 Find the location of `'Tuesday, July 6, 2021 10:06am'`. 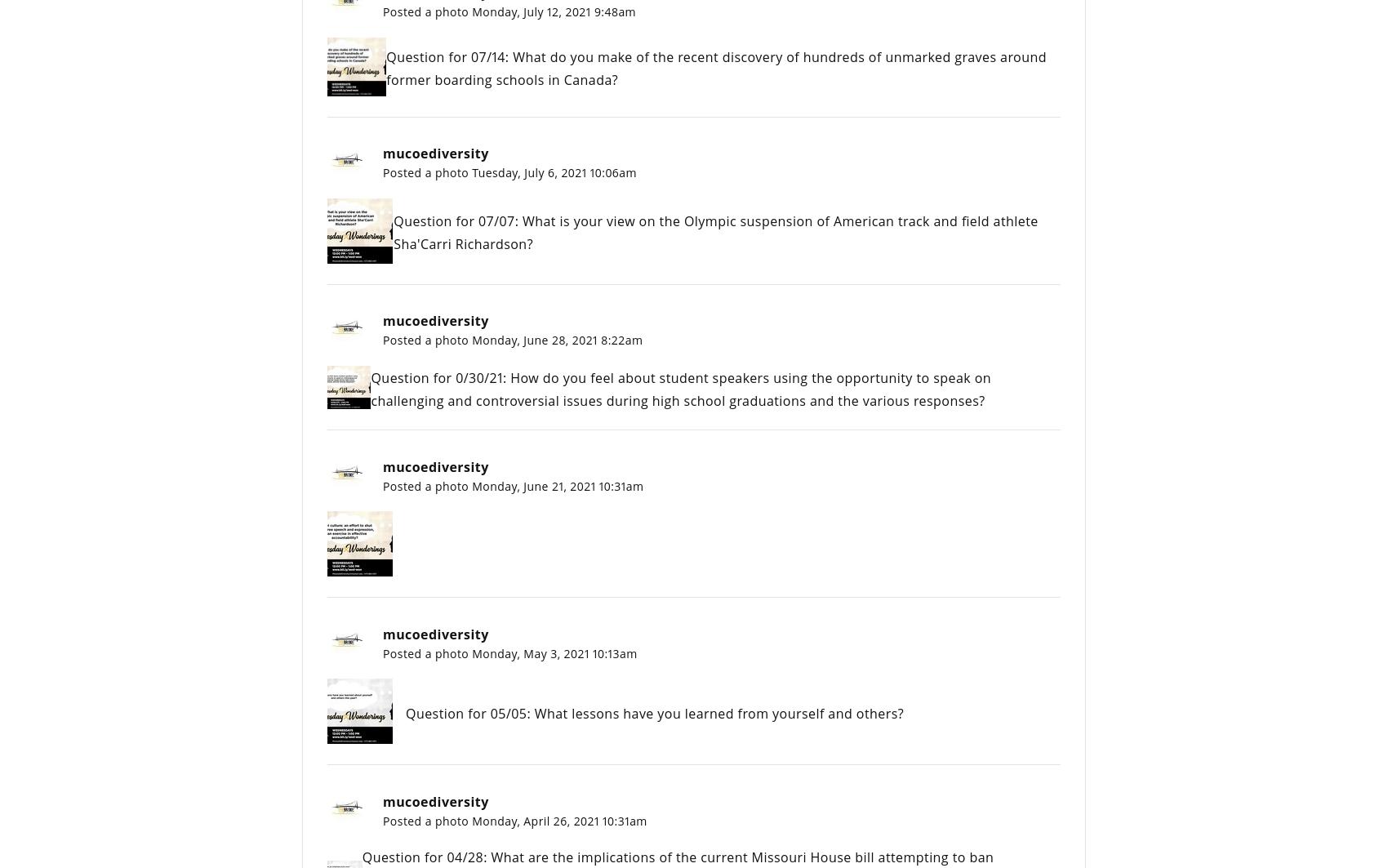

'Tuesday, July 6, 2021 10:06am' is located at coordinates (554, 172).